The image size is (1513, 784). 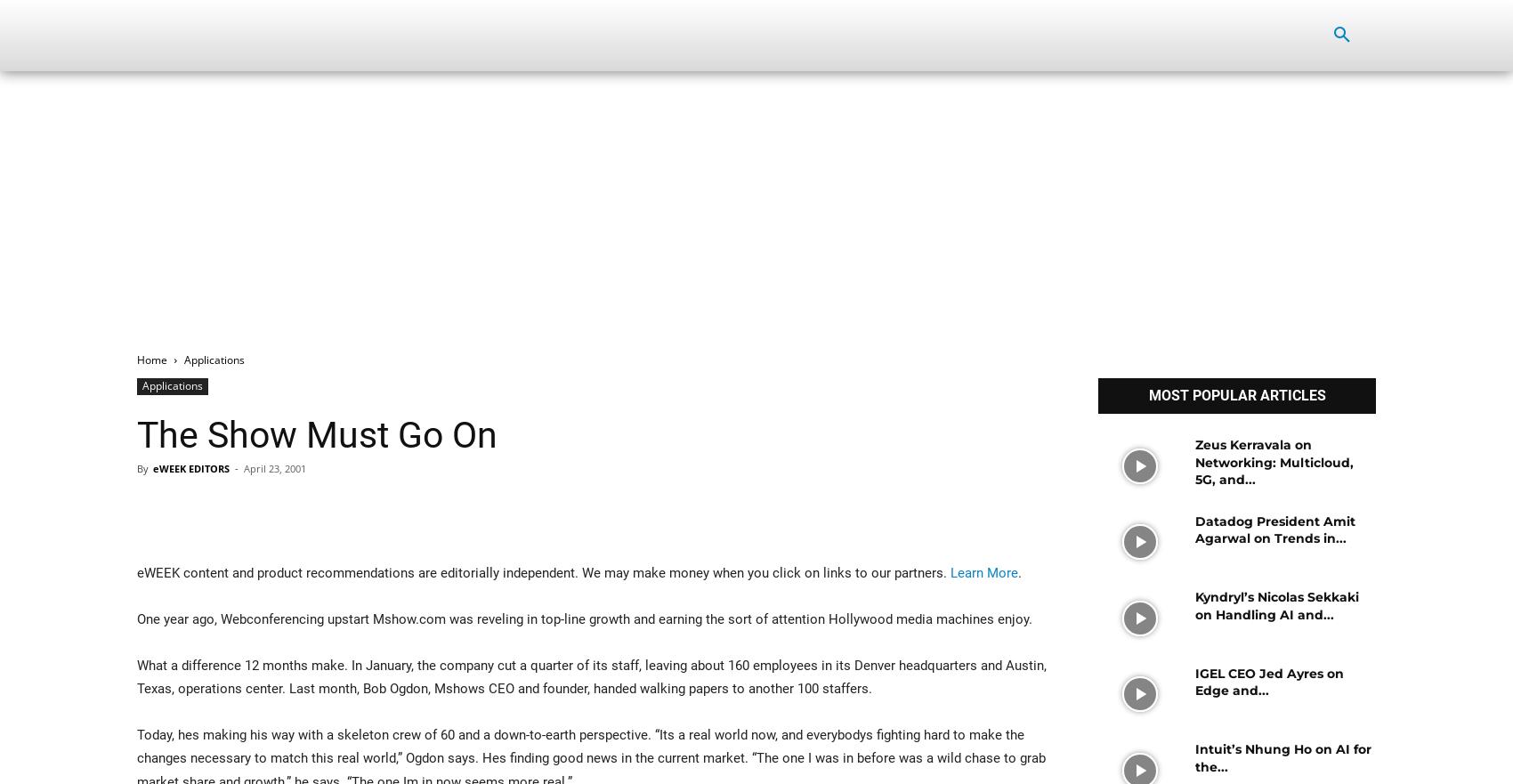 I want to click on 'Share', so click(x=195, y=510).